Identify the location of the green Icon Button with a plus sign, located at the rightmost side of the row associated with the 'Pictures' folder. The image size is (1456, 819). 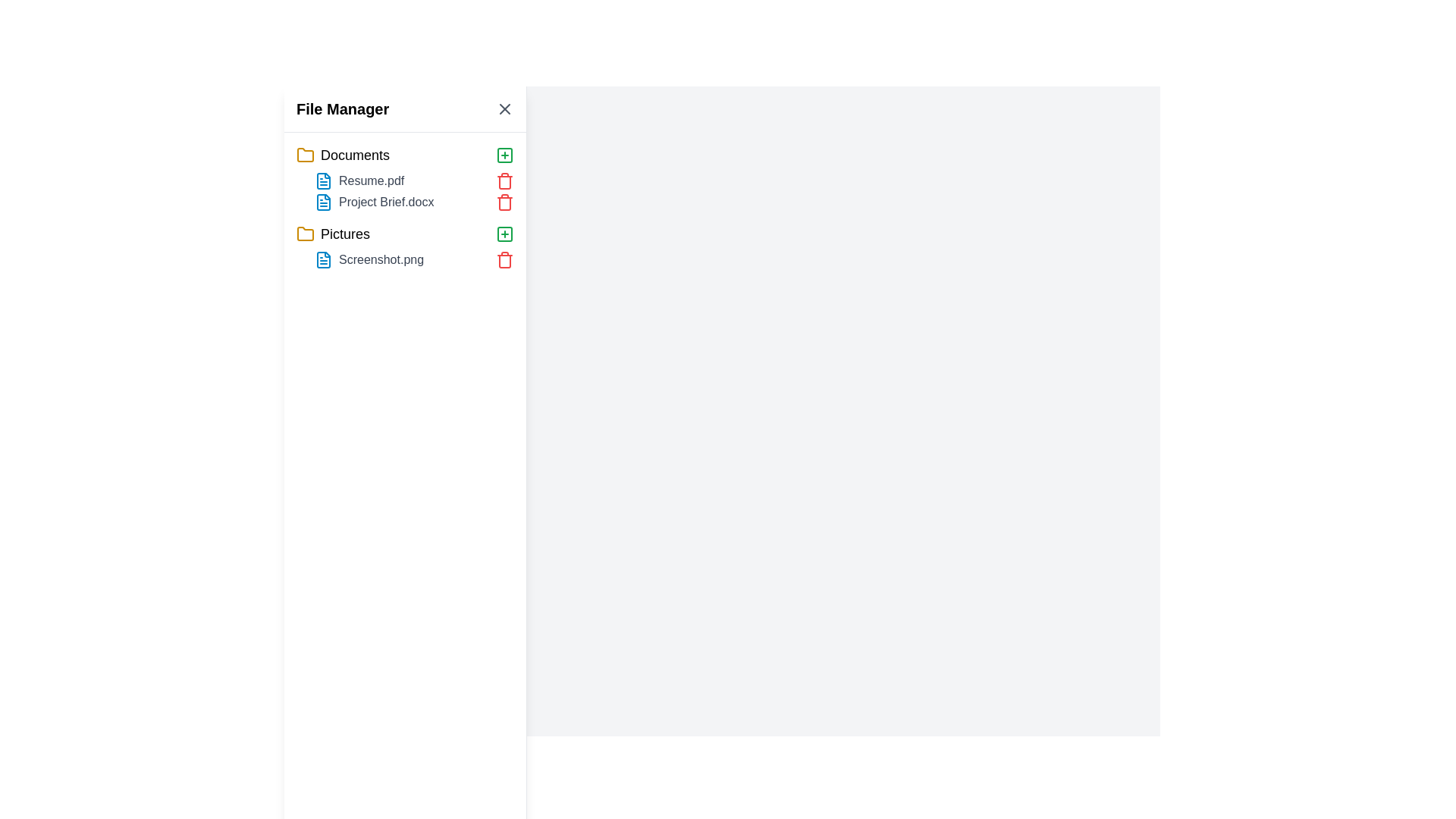
(505, 155).